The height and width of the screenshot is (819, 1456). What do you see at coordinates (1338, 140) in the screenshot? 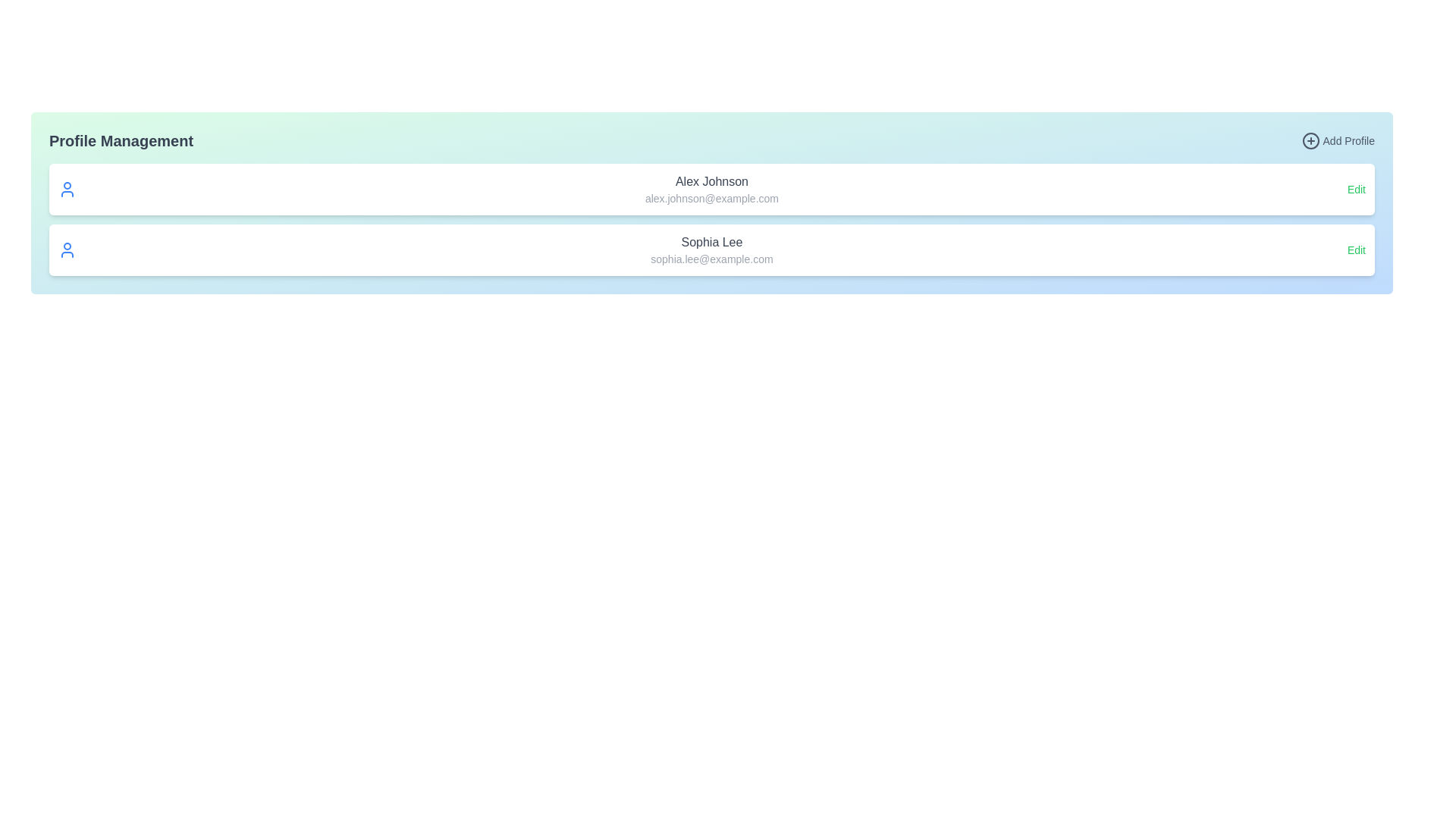
I see `the 'Add Profile' button located in the header of the 'Profile Management' section on the right-most side to change its visual styling` at bounding box center [1338, 140].